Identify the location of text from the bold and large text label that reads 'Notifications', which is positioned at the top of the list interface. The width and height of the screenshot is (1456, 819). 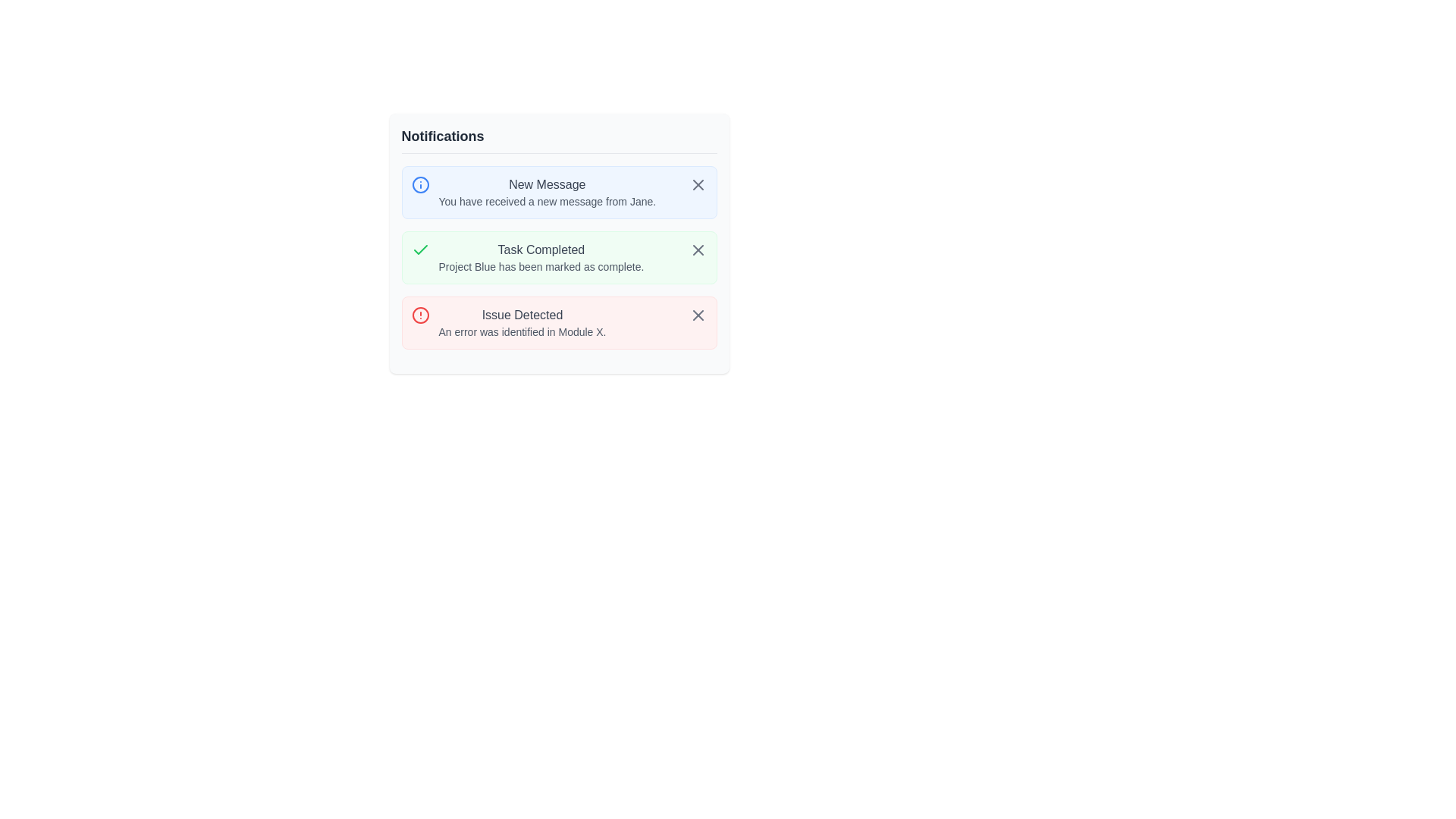
(442, 136).